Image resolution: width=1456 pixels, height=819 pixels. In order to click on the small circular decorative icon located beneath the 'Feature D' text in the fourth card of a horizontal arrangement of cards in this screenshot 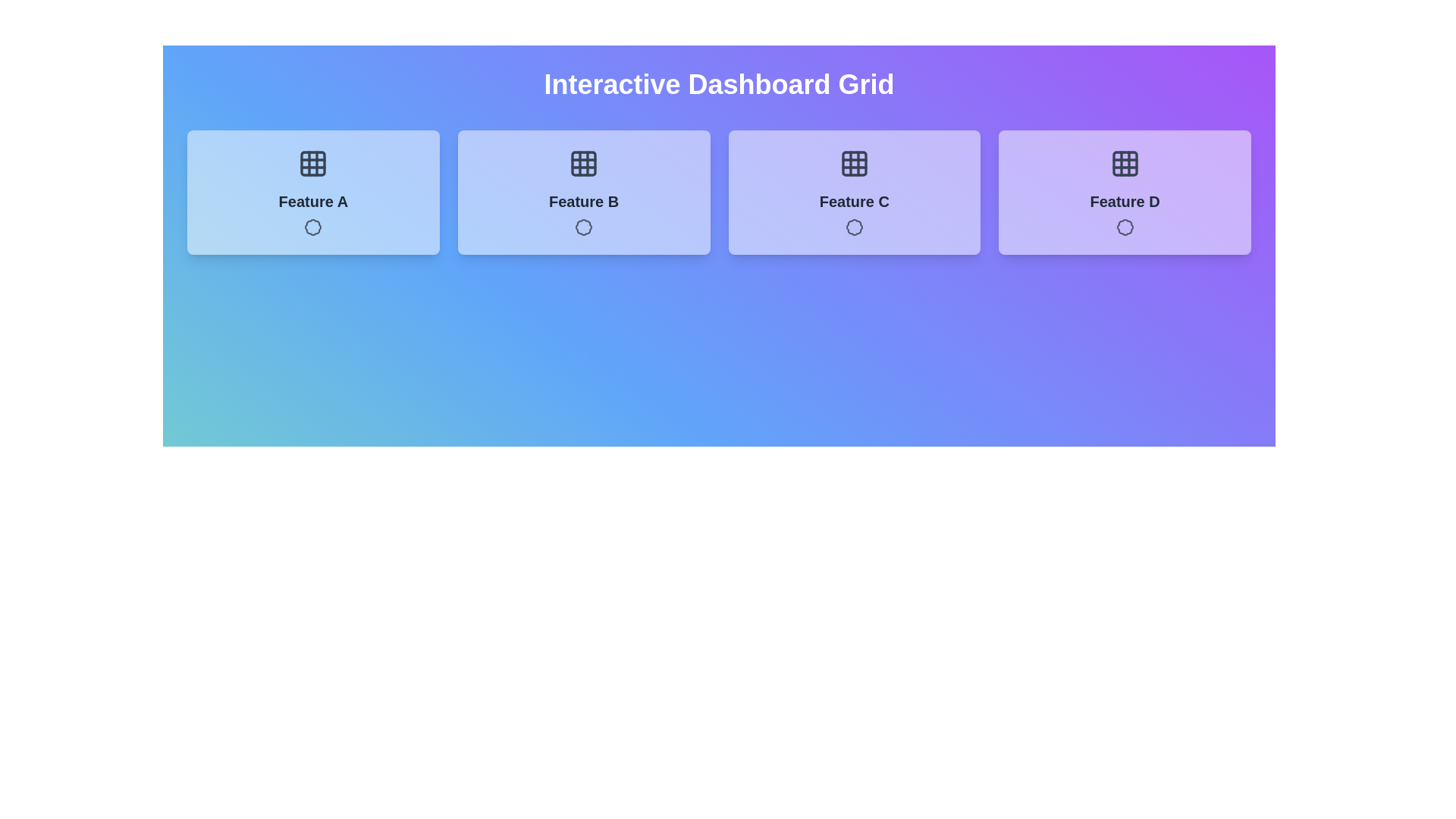, I will do `click(1125, 227)`.